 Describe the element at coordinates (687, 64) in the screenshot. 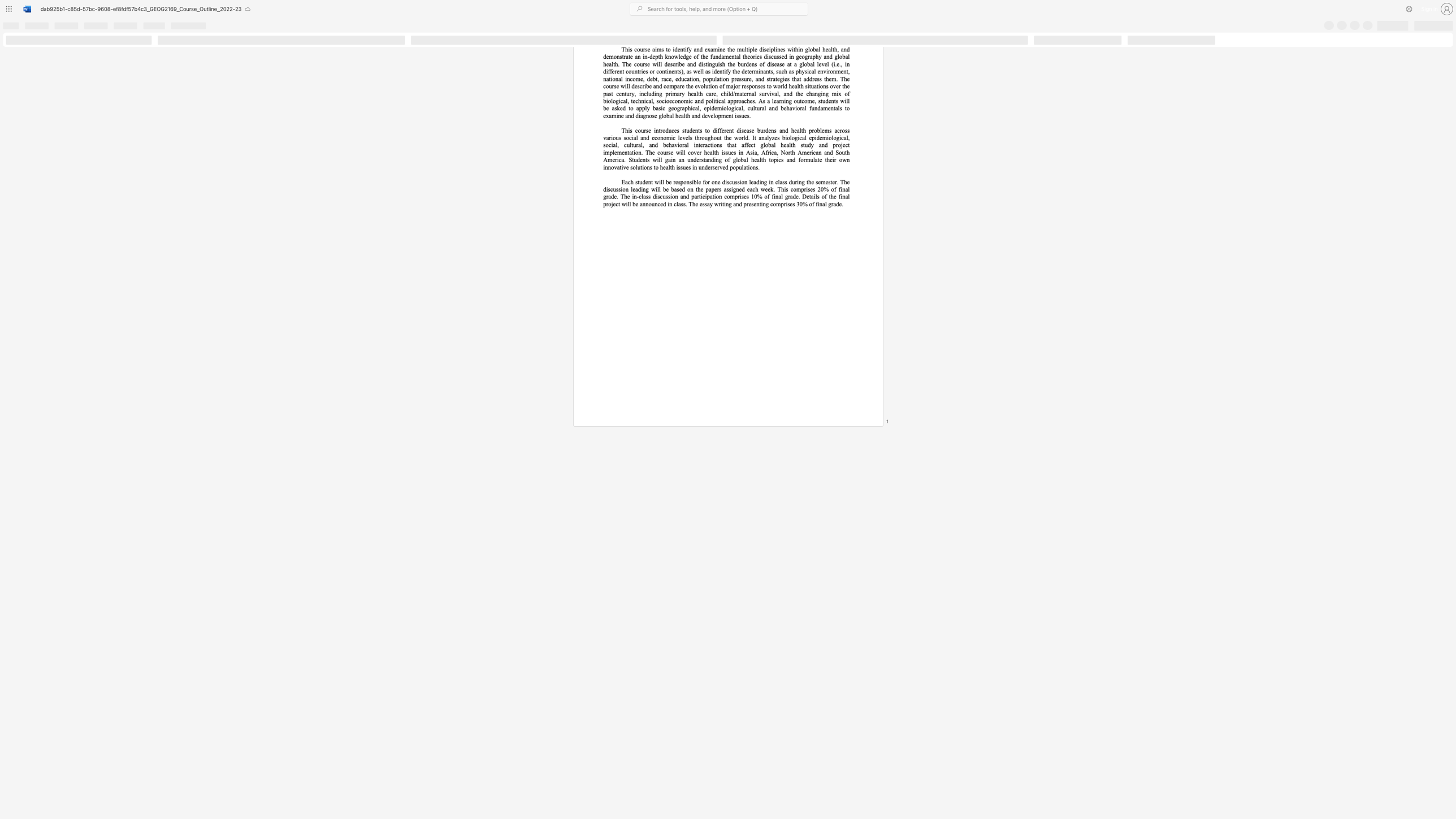

I see `the subset text "and distinguish the burdens of disease at a glo" within the text "This course aims to identify and examine the multiple disciplines within global health, and demonstrate an in-depth knowledge of the fundamental theories discussed in geography and global health. The course will describe and distinguish the burdens of disease at a global level (i.e., in different"` at that location.